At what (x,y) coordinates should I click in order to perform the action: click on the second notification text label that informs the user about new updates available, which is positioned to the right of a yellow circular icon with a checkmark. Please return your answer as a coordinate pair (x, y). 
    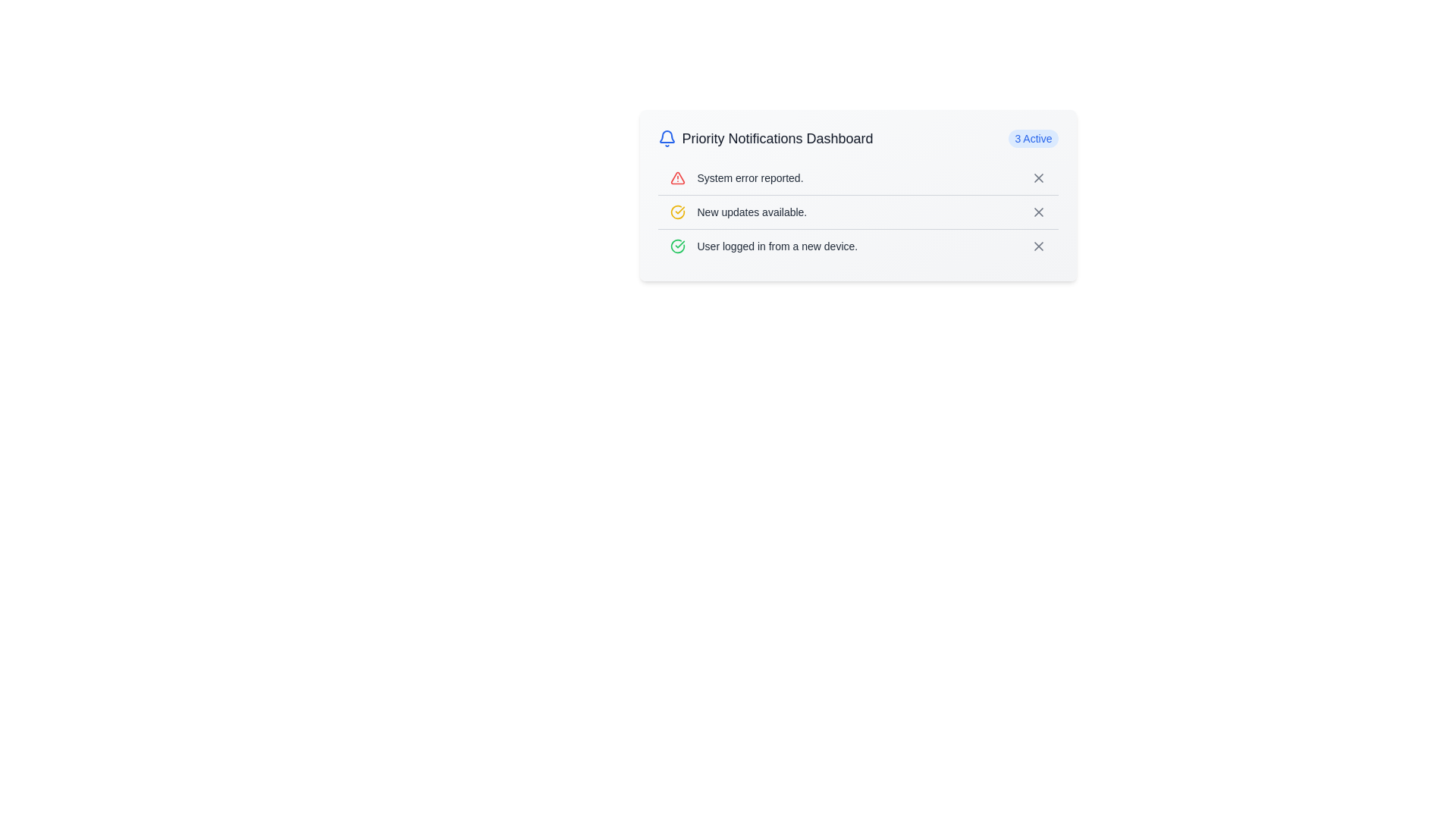
    Looking at the image, I should click on (752, 212).